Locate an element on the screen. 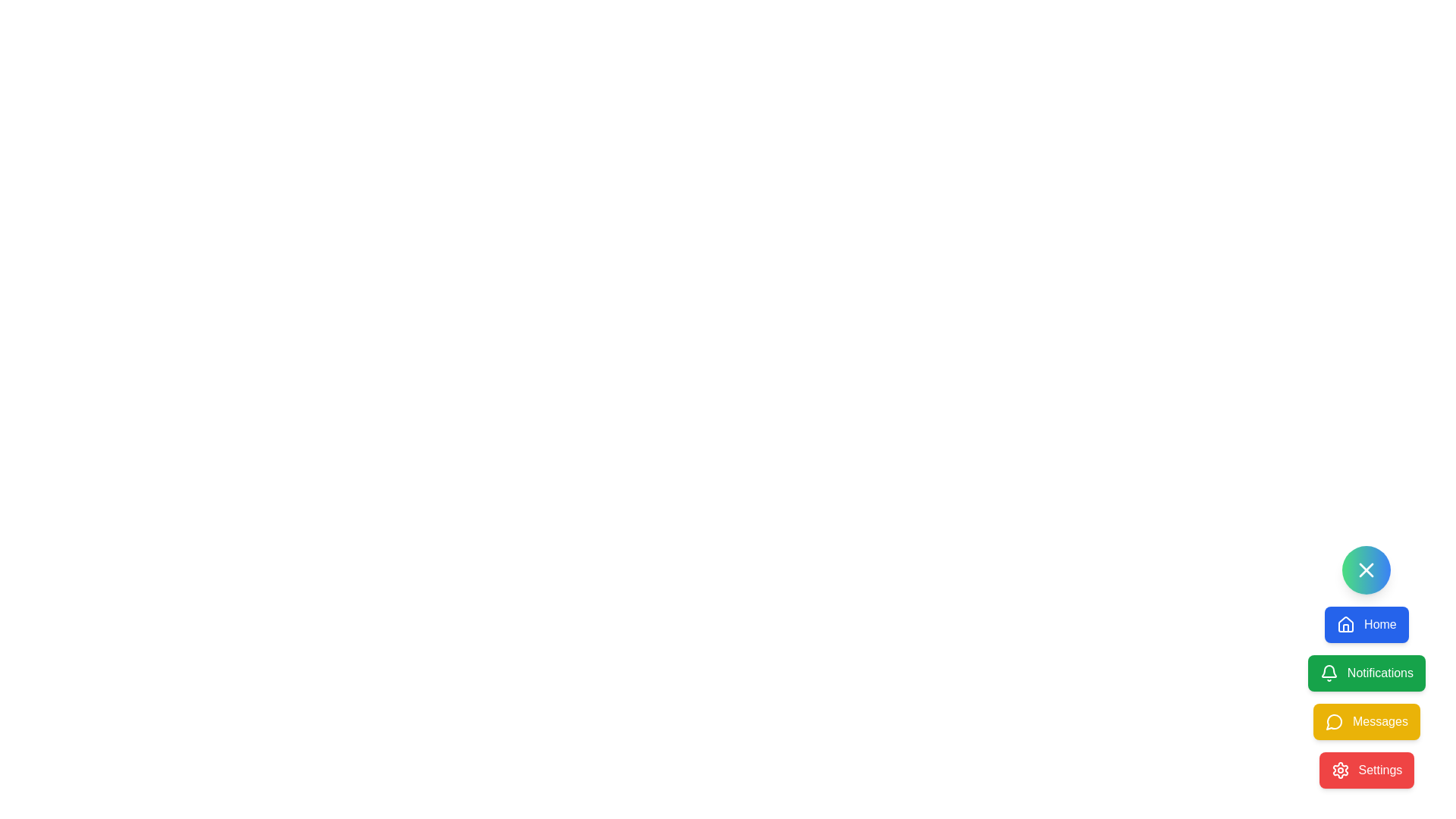 The width and height of the screenshot is (1456, 819). the inner structure of the house-shaped icon in the vertical navigation bar on the right side of the interface is located at coordinates (1346, 628).